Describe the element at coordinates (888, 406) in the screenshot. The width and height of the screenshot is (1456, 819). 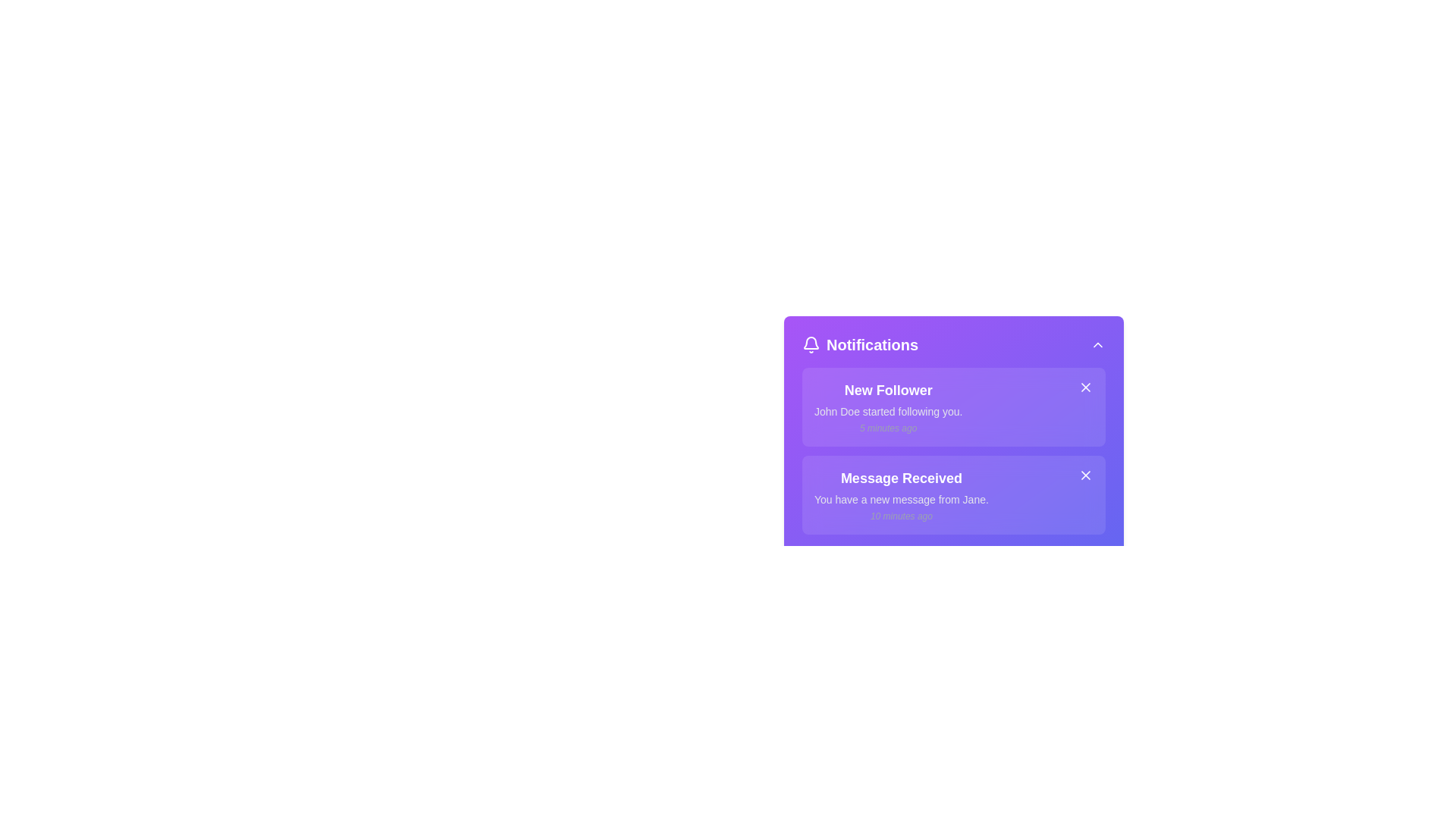
I see `the notification indicating that John Doe has started following, positioned in the notification panel as the first item above the 'Message Received' notification` at that location.